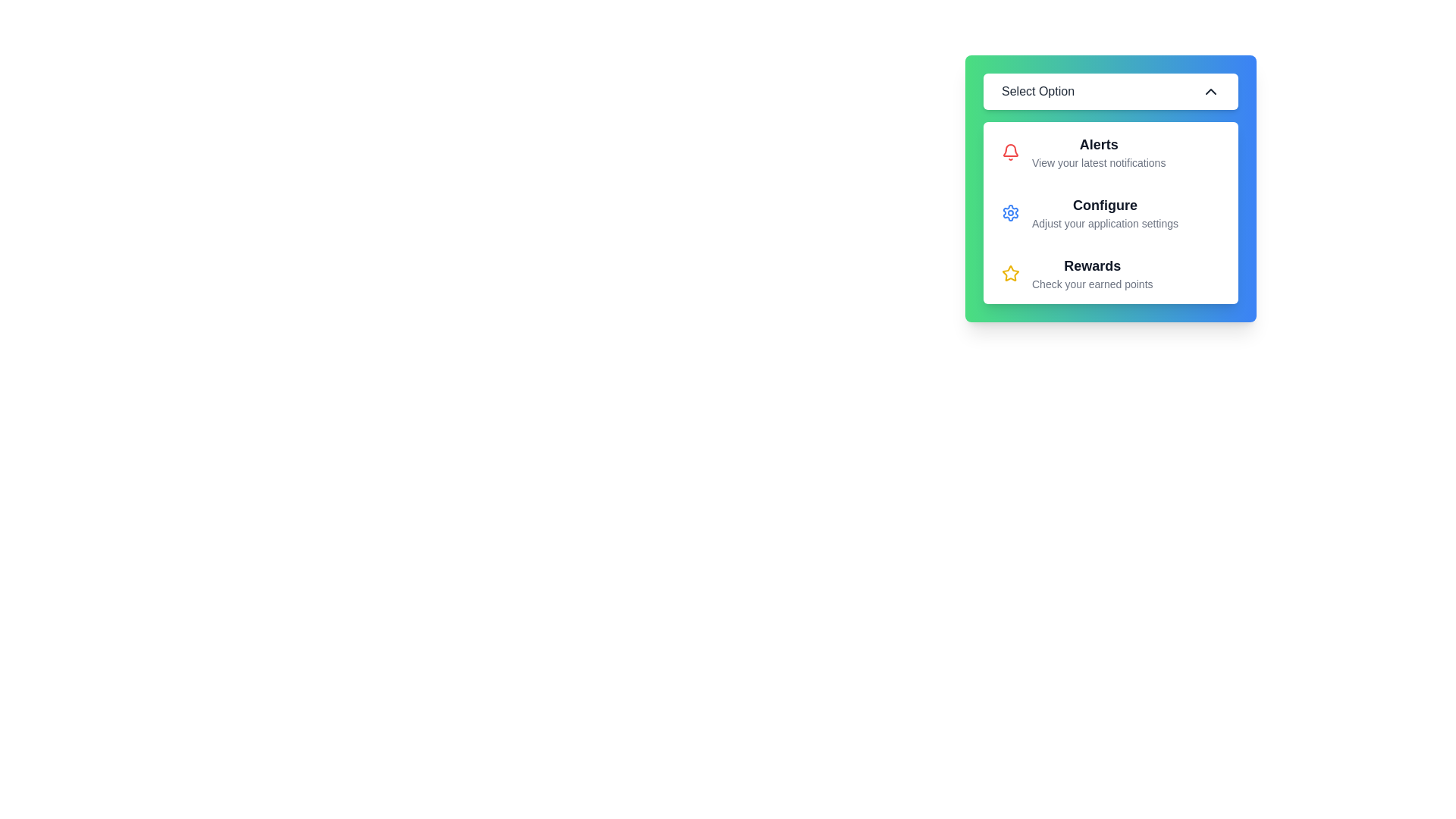 This screenshot has height=819, width=1456. Describe the element at coordinates (1092, 284) in the screenshot. I see `the Text label providing additional context for the 'Rewards' section, which is positioned immediately below the 'Rewards' heading in the vertical menu structure` at that location.